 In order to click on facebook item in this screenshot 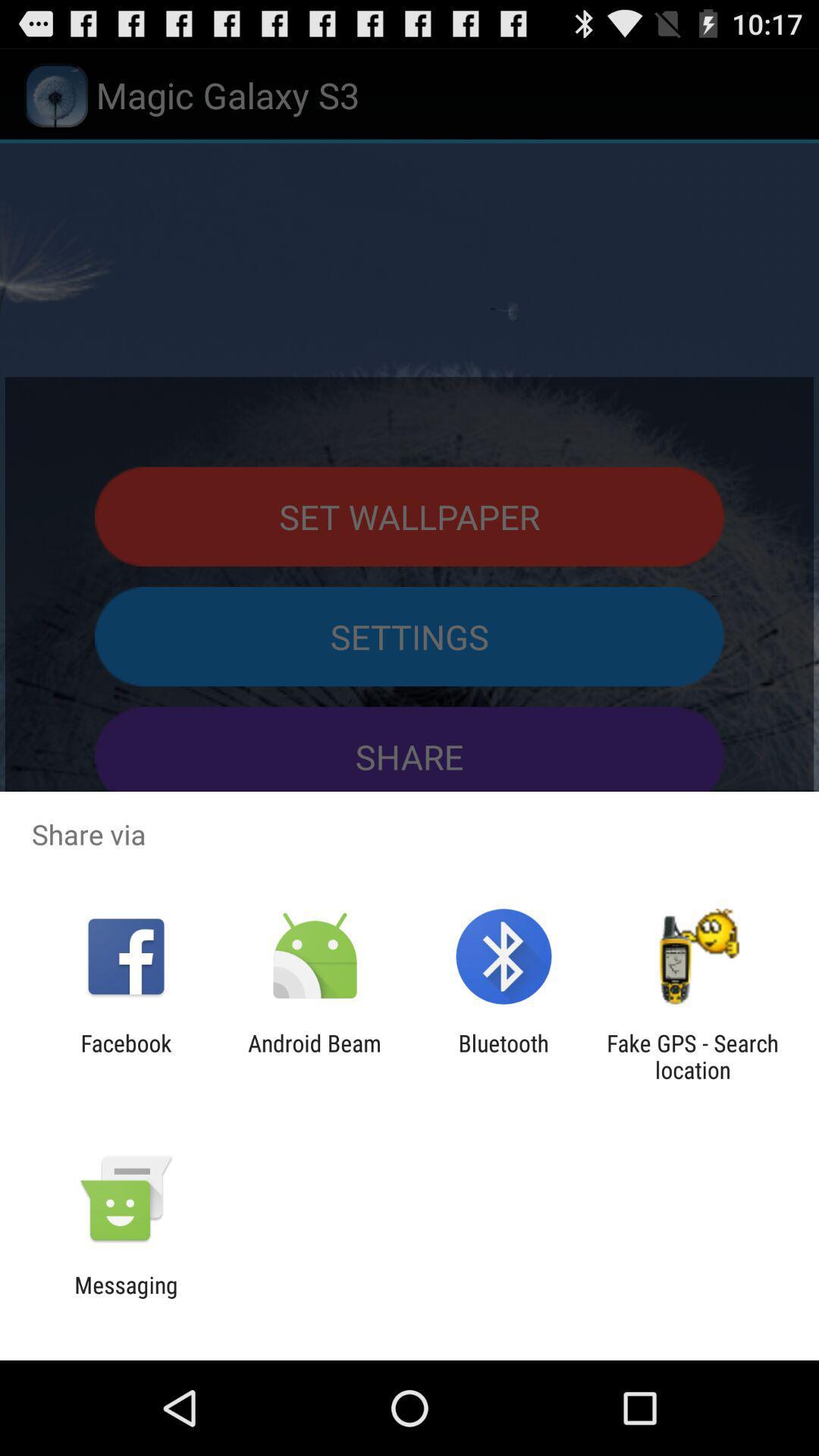, I will do `click(125, 1056)`.